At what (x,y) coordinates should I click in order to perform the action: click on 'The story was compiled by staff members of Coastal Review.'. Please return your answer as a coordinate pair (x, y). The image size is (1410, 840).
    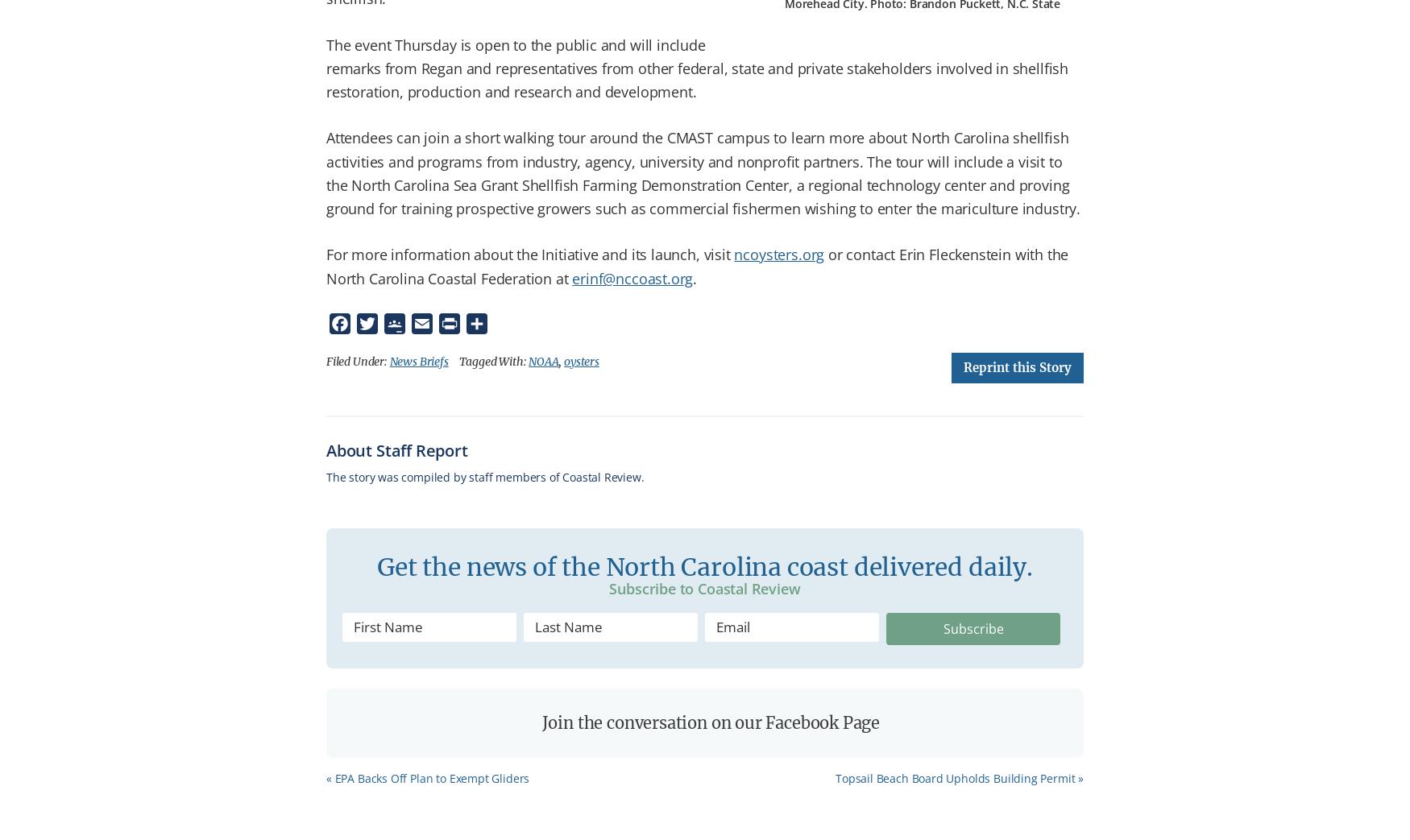
    Looking at the image, I should click on (485, 476).